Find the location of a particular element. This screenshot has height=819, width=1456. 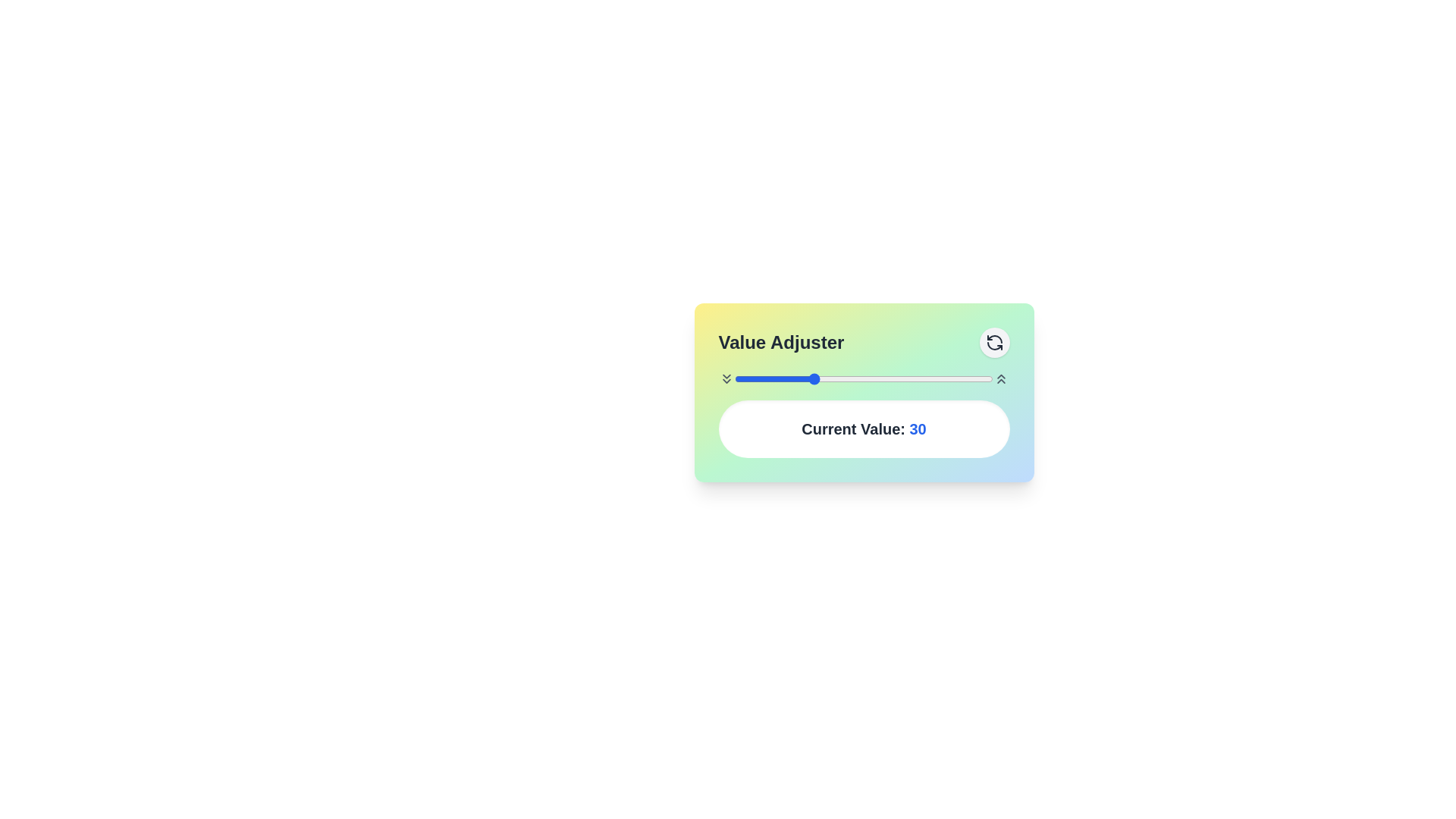

the slider to set the value to 98 is located at coordinates (988, 378).